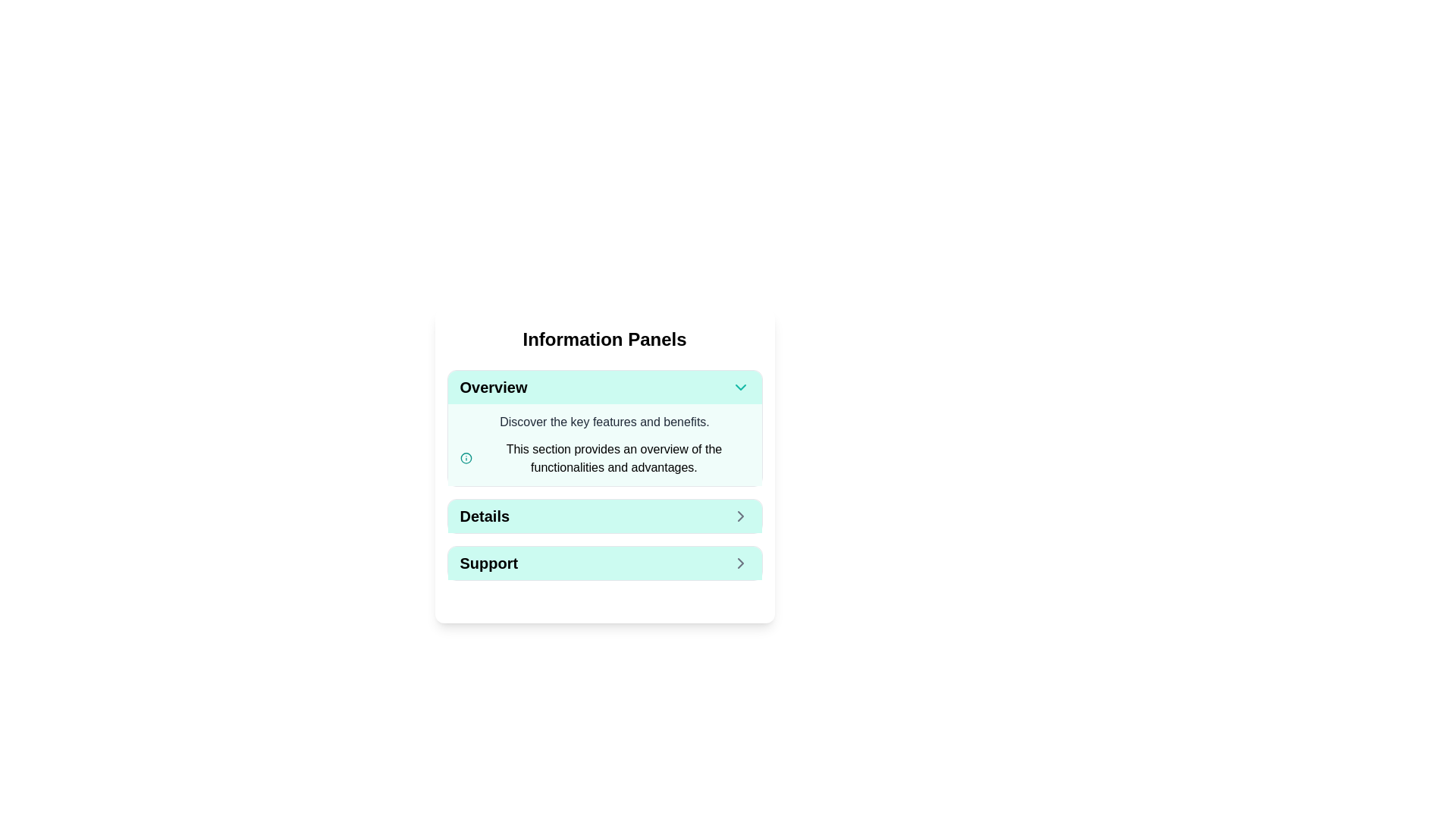 The width and height of the screenshot is (1456, 819). I want to click on the teal-colored circular icon with an outlined design that precedes the text 'This section provides an overview of the functionalities and advantages.', so click(465, 458).